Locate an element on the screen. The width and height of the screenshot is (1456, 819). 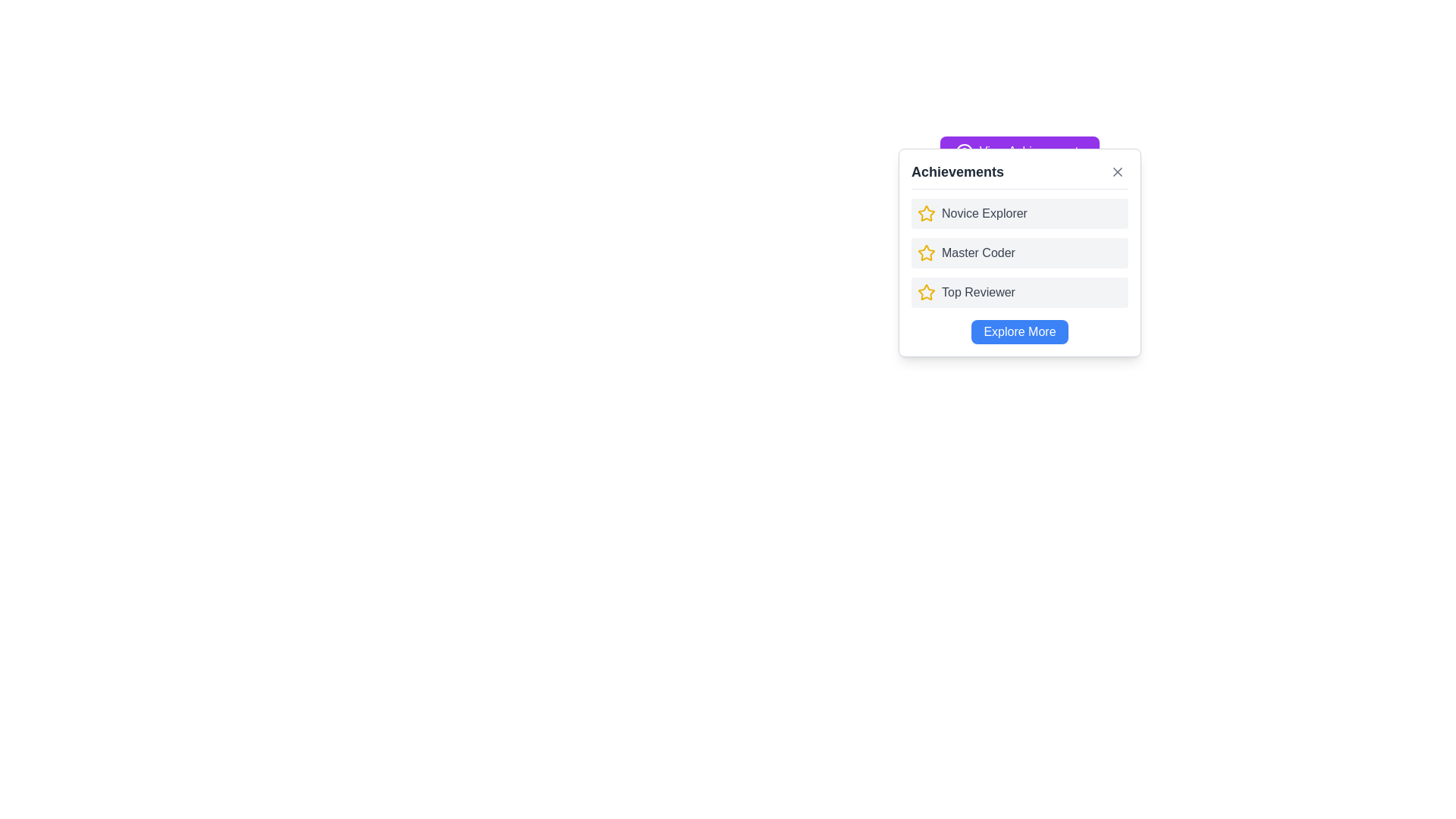
the Close button, which is a diagonal, cross-shaped icon located at the top-right corner of the achievements popup is located at coordinates (1117, 171).